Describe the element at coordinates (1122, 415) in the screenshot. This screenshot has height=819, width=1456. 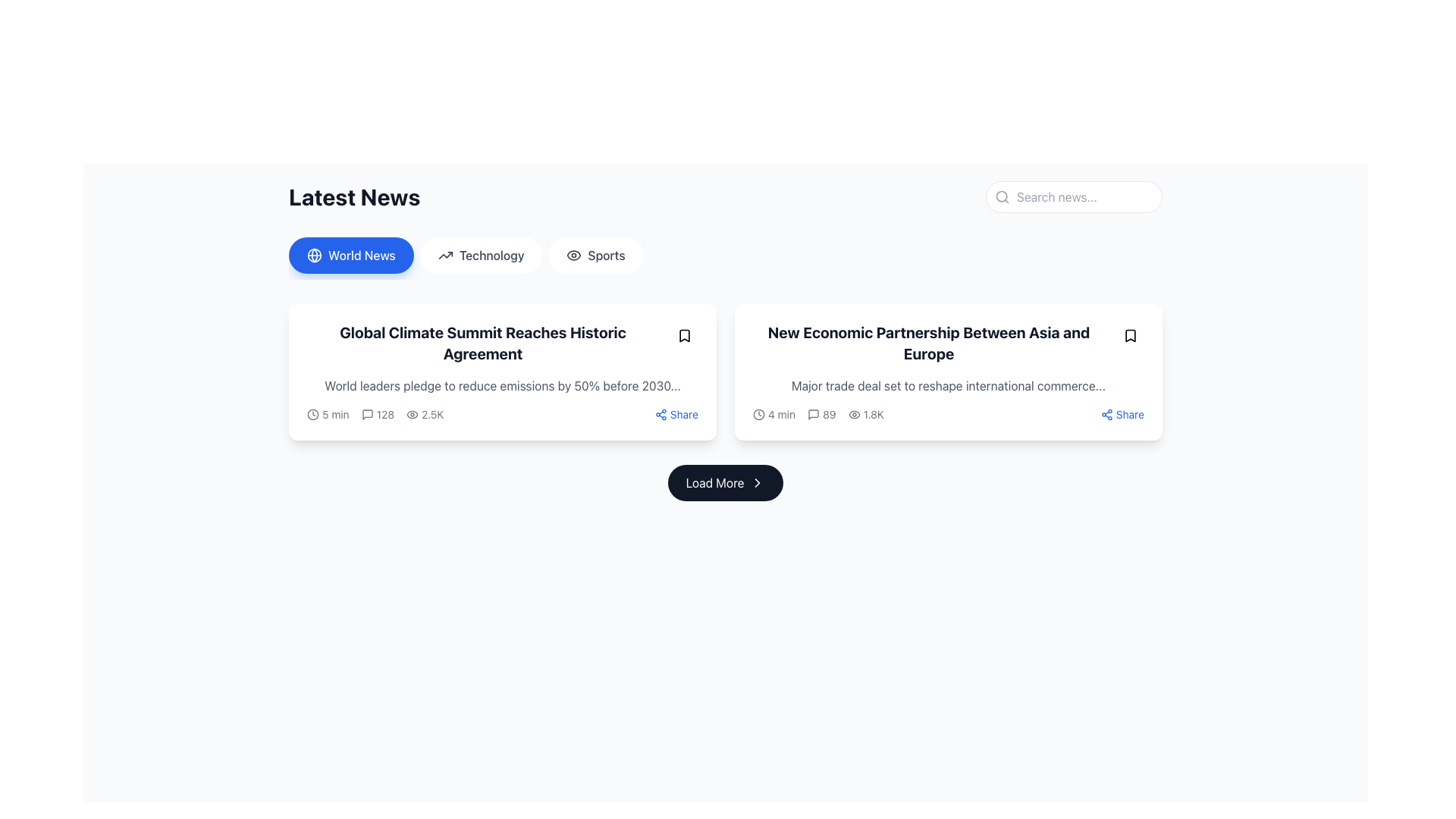
I see `the 'Share' button located at the bottom-right of the card titled 'New Economic Partnership Between Asia and Europe'` at that location.